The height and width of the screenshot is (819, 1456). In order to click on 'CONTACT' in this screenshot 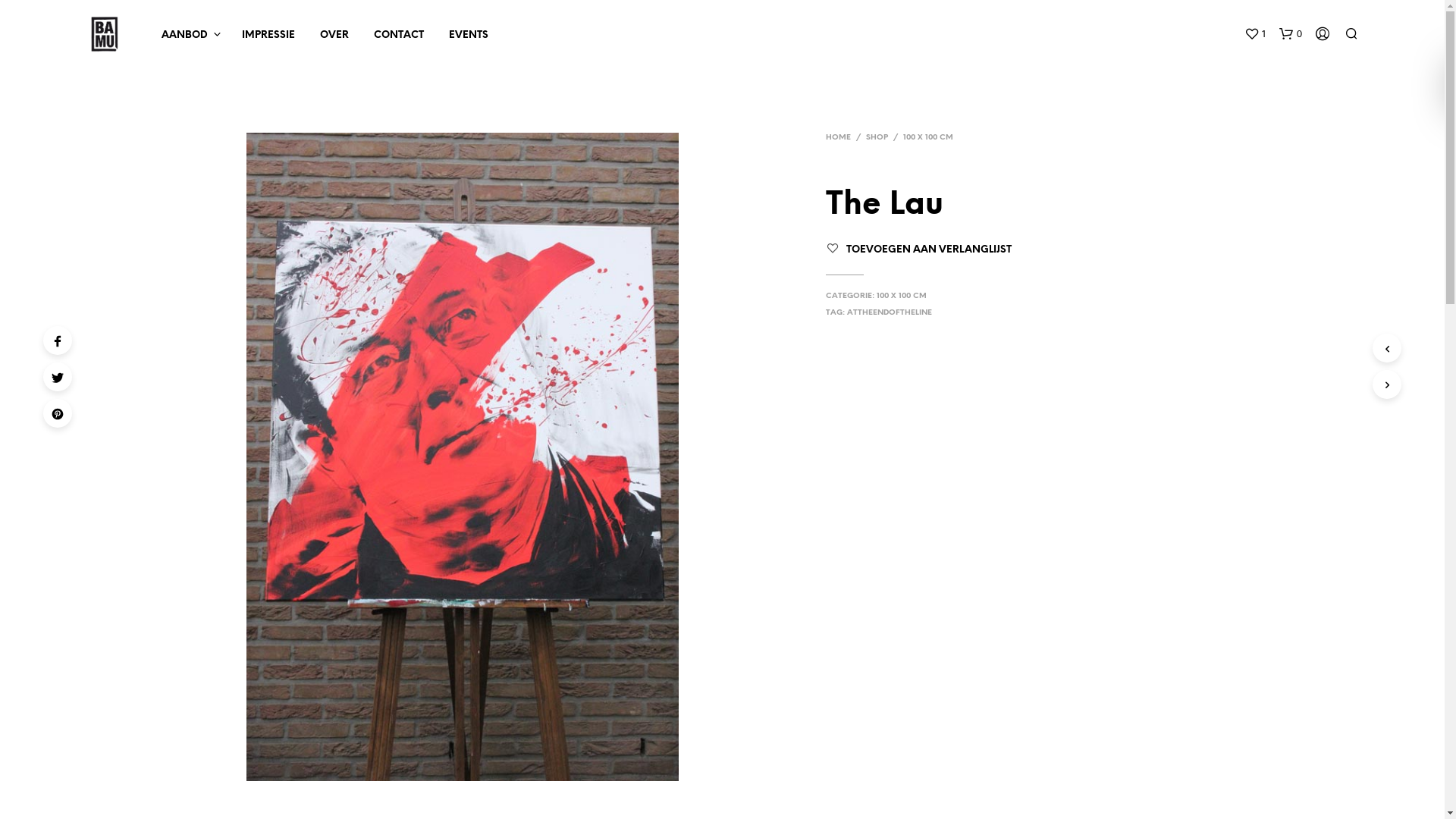, I will do `click(399, 34)`.